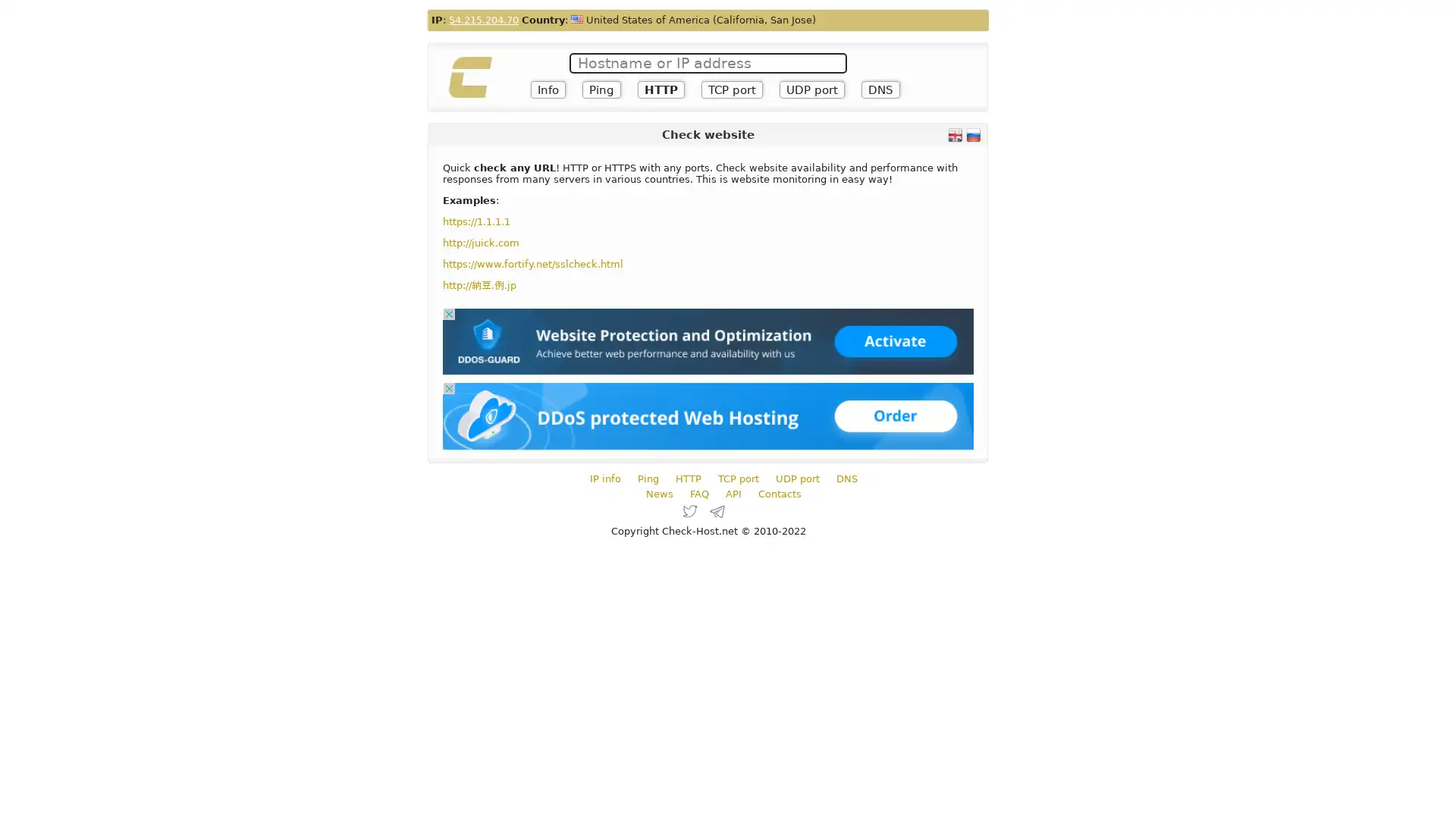 The height and width of the screenshot is (819, 1456). I want to click on TCP port, so click(731, 89).